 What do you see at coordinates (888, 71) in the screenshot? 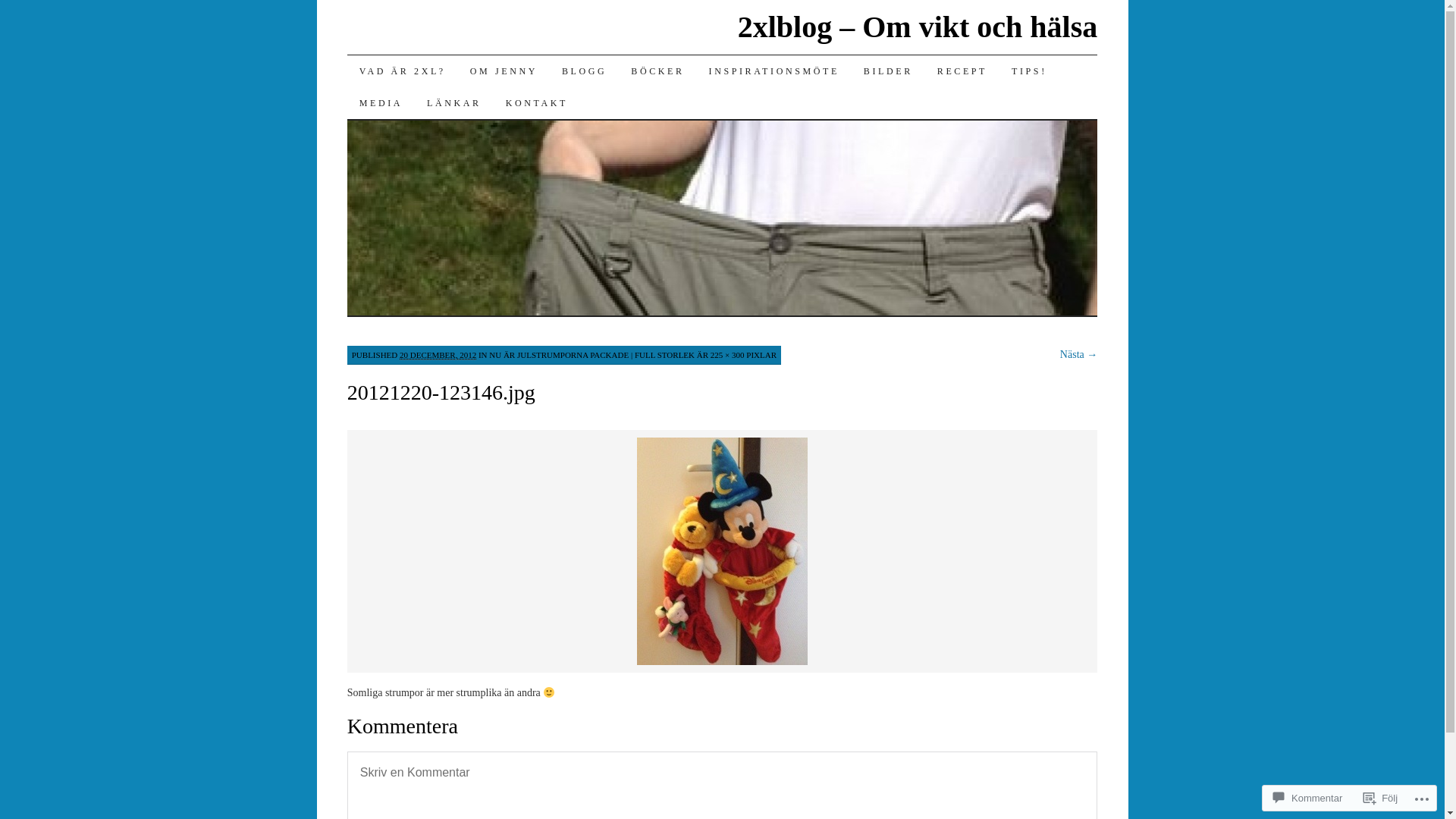
I see `'BILDER'` at bounding box center [888, 71].